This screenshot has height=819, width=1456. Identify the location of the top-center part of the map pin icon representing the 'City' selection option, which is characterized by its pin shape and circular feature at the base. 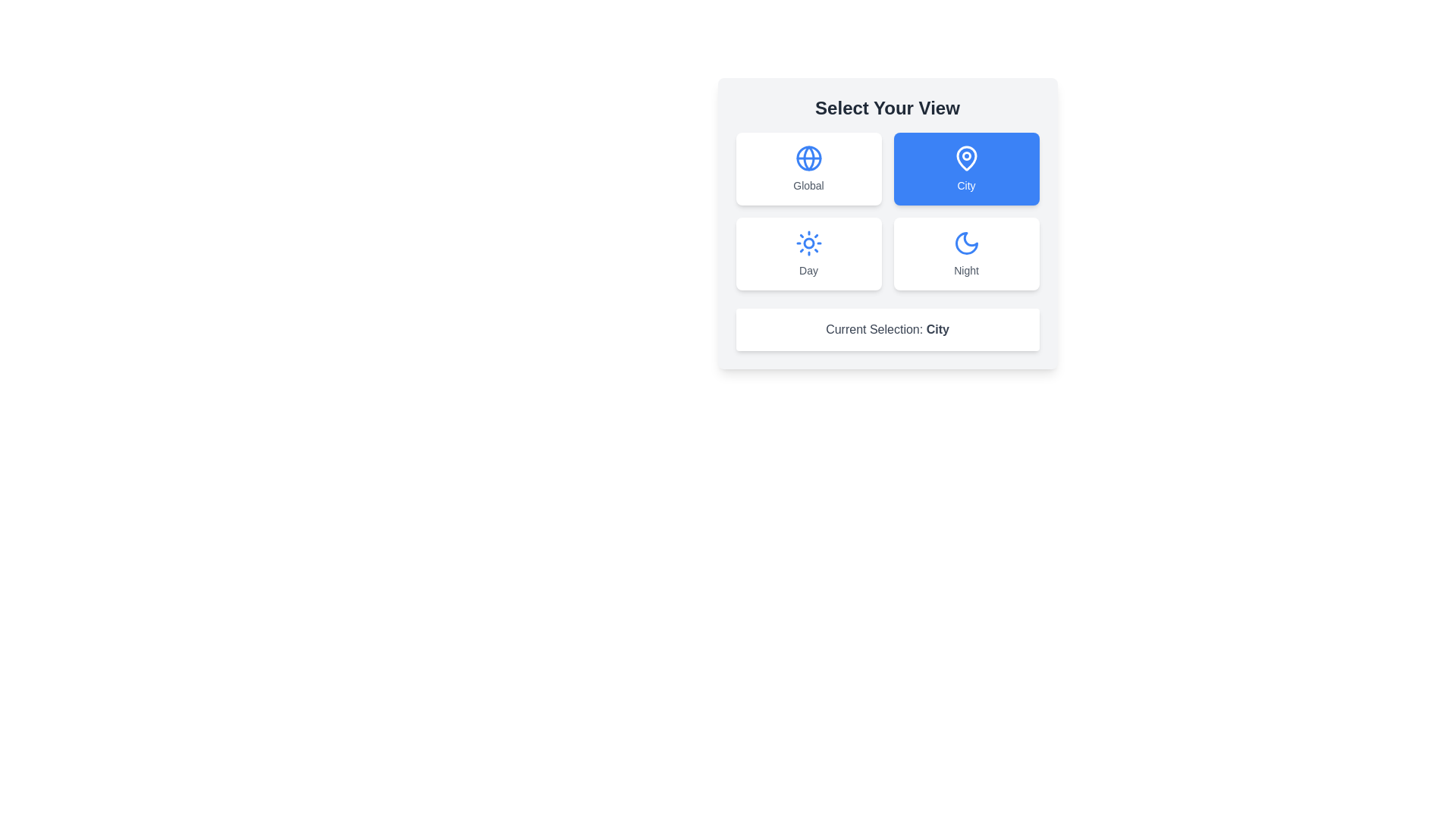
(965, 158).